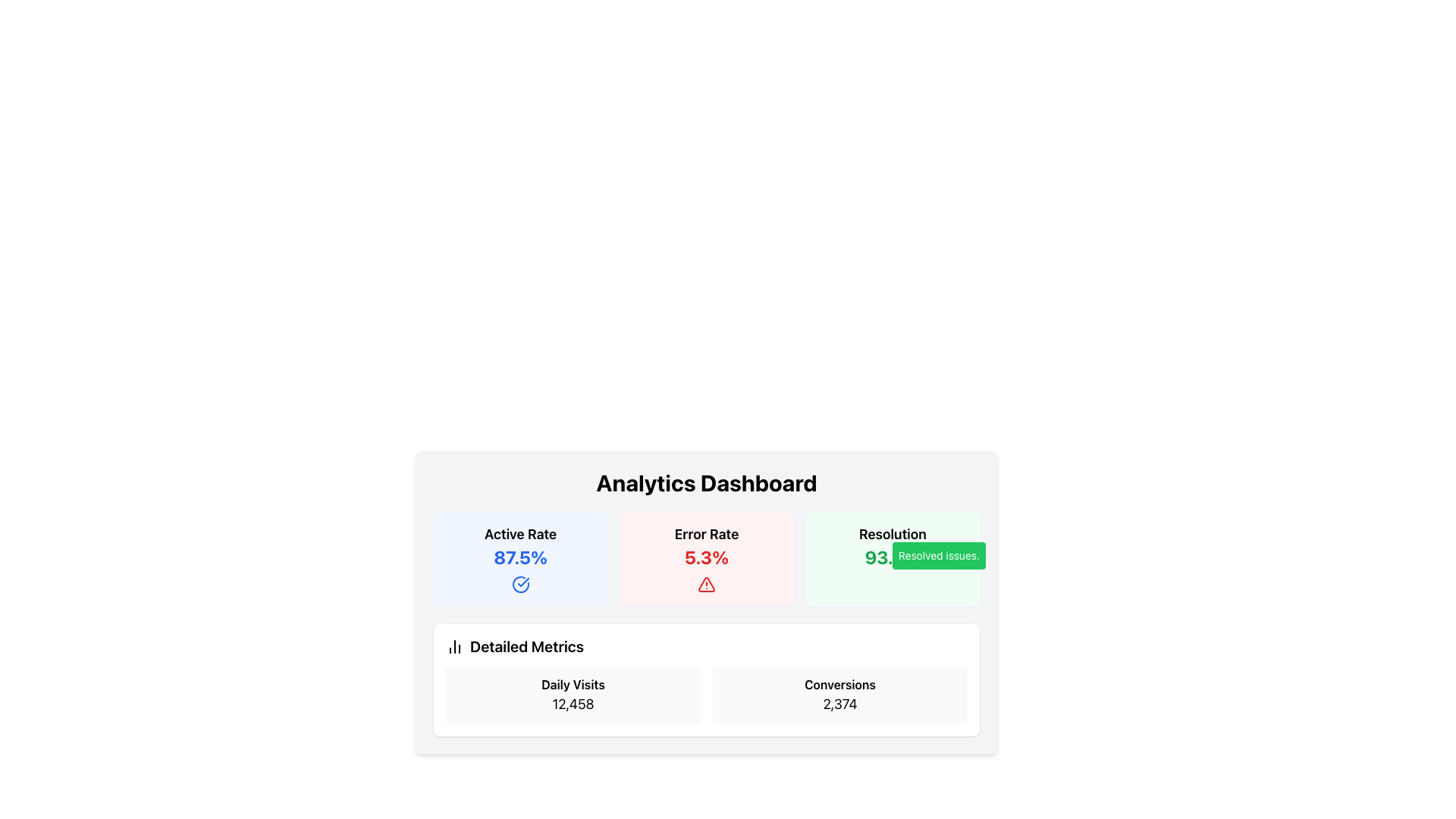 Image resolution: width=1456 pixels, height=819 pixels. Describe the element at coordinates (705, 584) in the screenshot. I see `the triangular warning icon with a red border and white fill located in the 'Error Rate' section of the interface, positioned between 'Active Rate' and 'Resolution'` at that location.